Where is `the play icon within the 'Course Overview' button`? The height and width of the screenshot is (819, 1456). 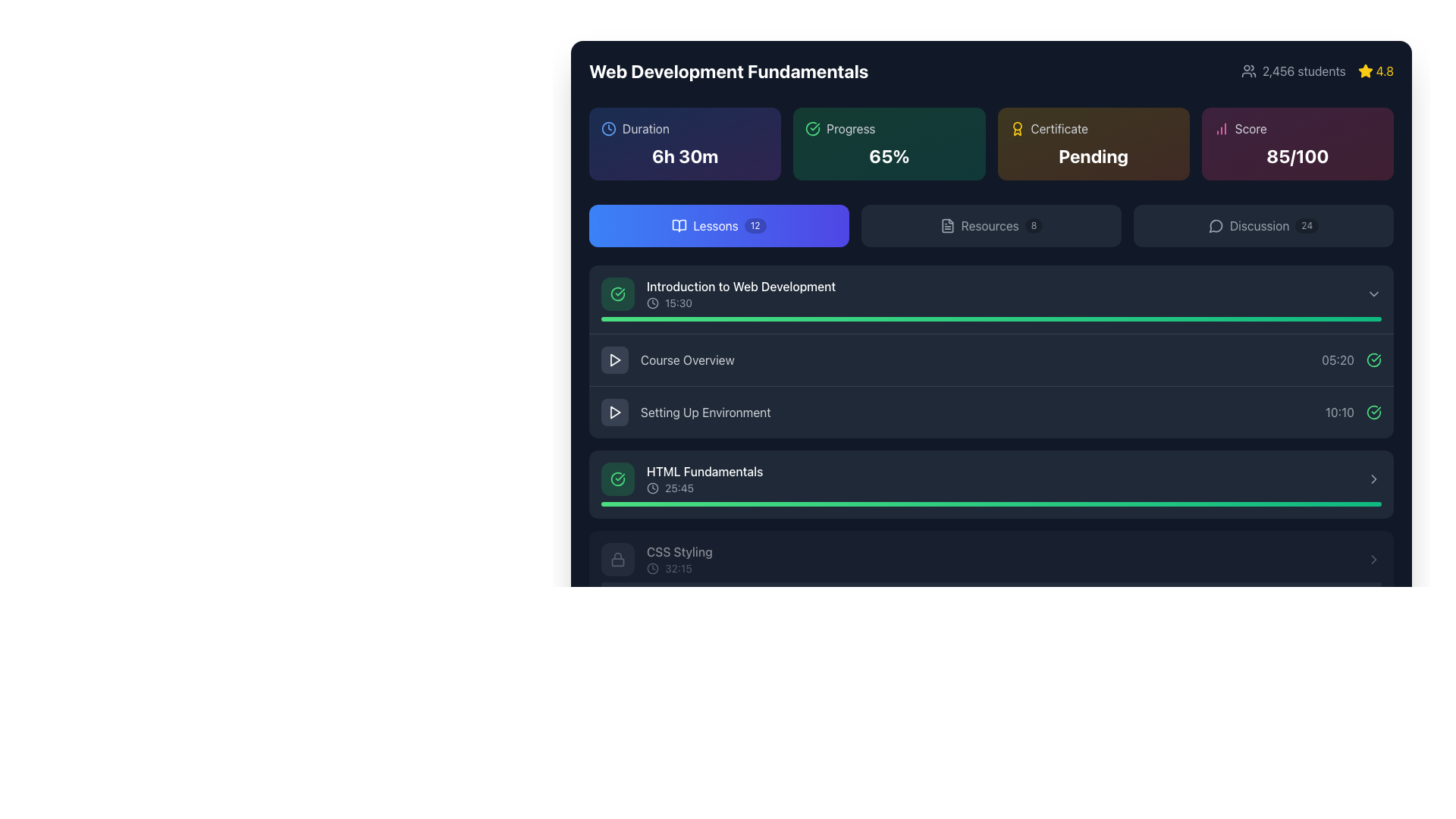
the play icon within the 'Course Overview' button is located at coordinates (615, 359).